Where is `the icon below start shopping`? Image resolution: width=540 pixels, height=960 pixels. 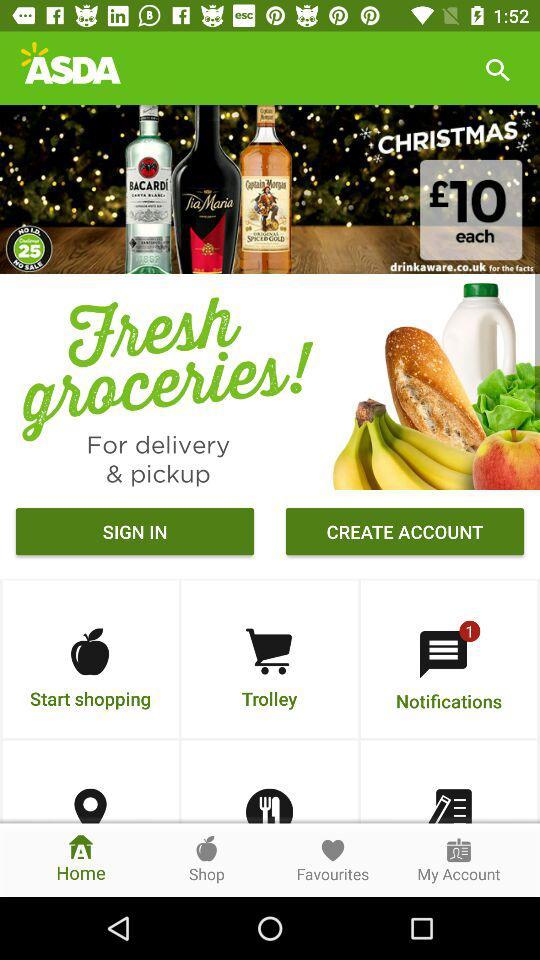 the icon below start shopping is located at coordinates (89, 806).